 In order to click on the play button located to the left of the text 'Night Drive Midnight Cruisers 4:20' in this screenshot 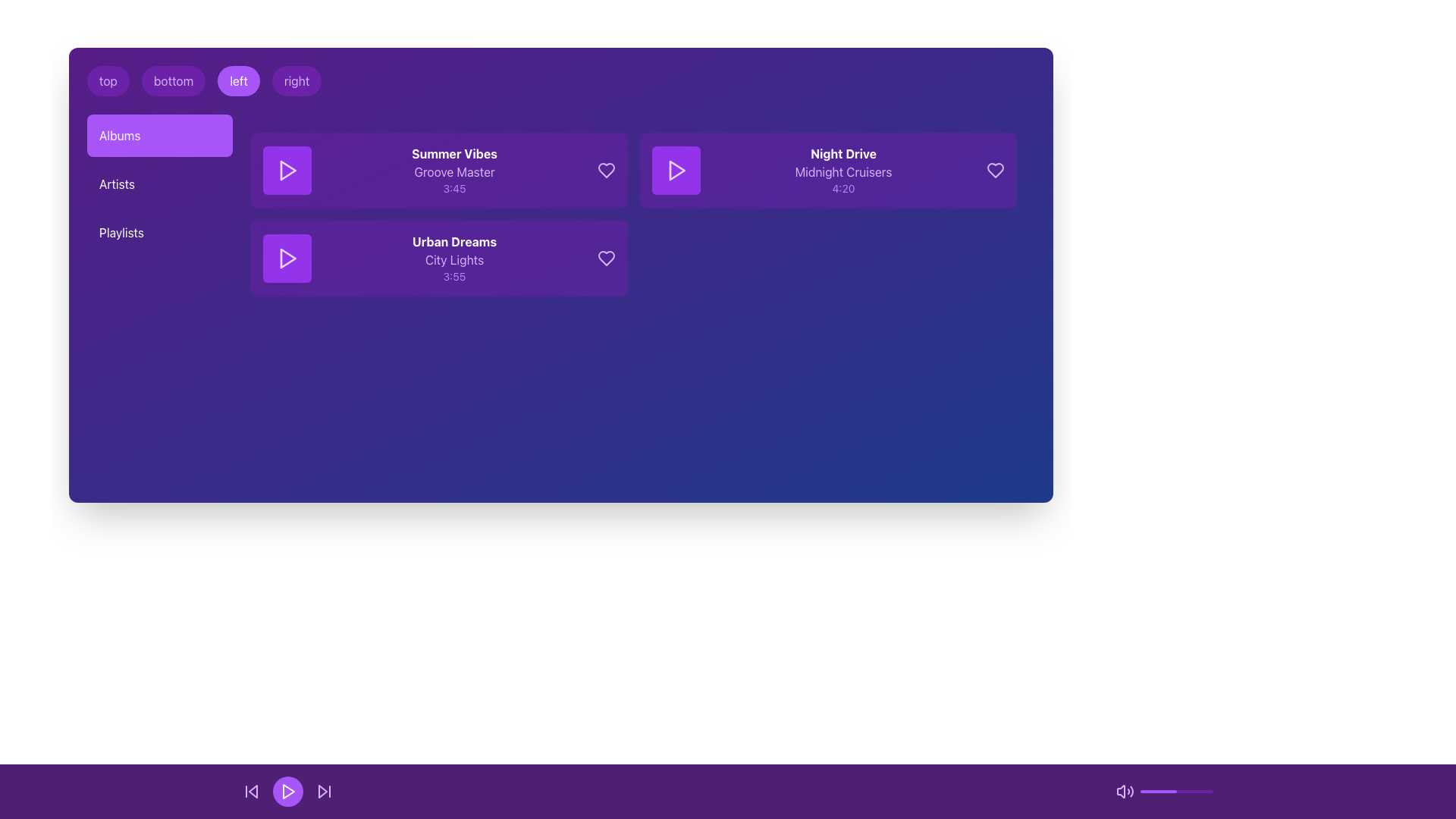, I will do `click(676, 170)`.